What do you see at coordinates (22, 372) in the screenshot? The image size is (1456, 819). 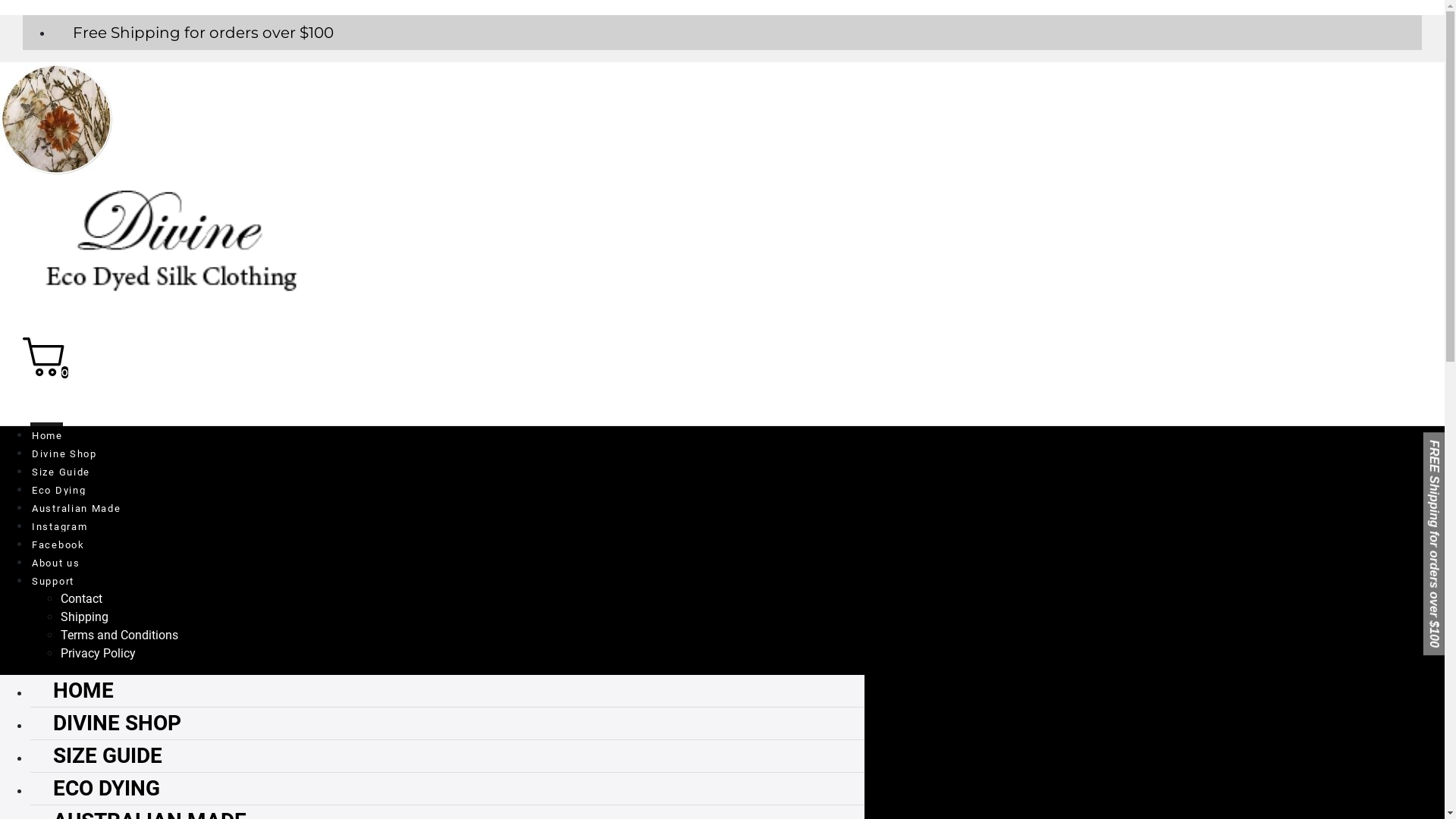 I see `'0'` at bounding box center [22, 372].